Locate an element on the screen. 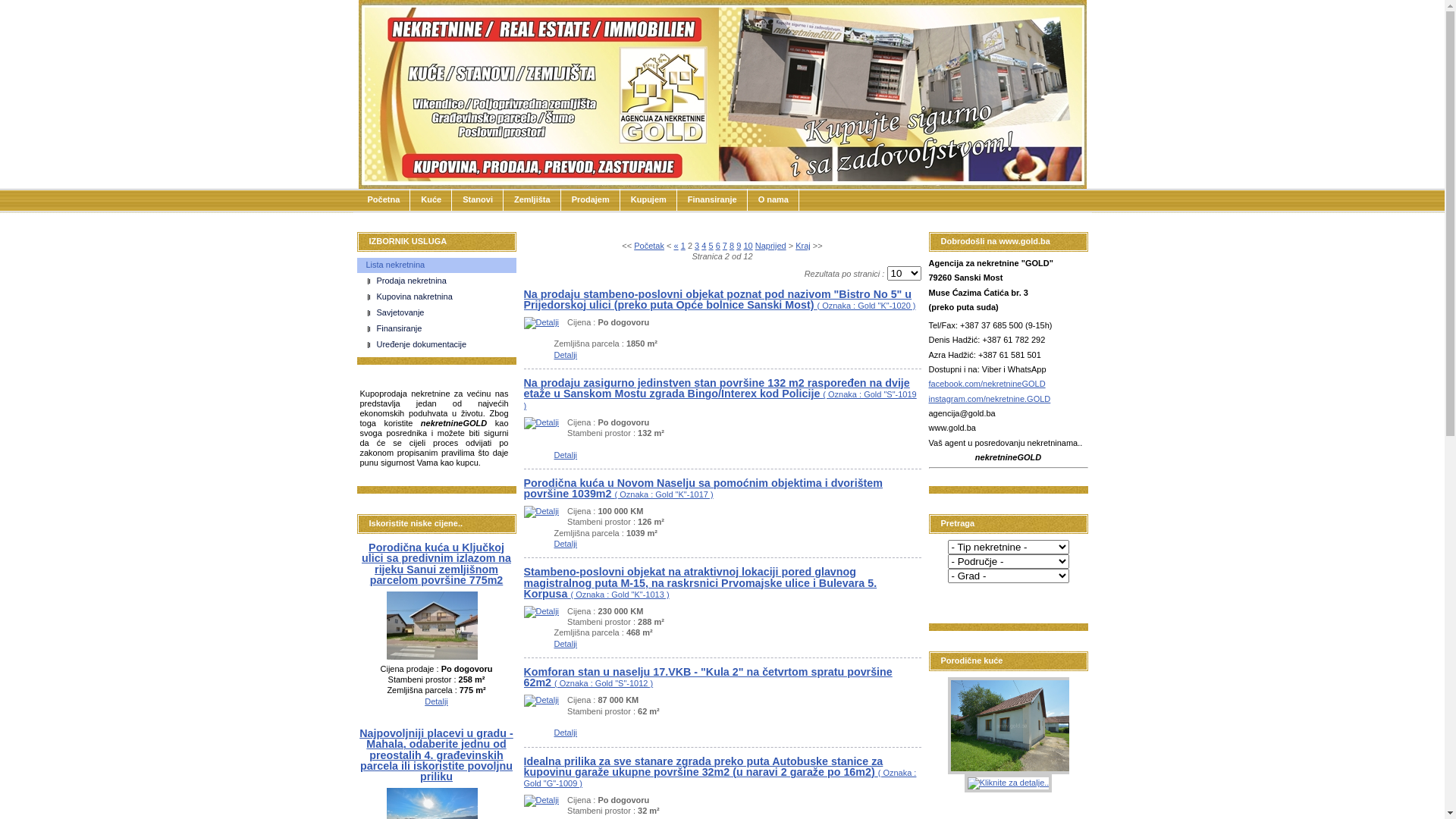  'Detalji' is located at coordinates (564, 731).